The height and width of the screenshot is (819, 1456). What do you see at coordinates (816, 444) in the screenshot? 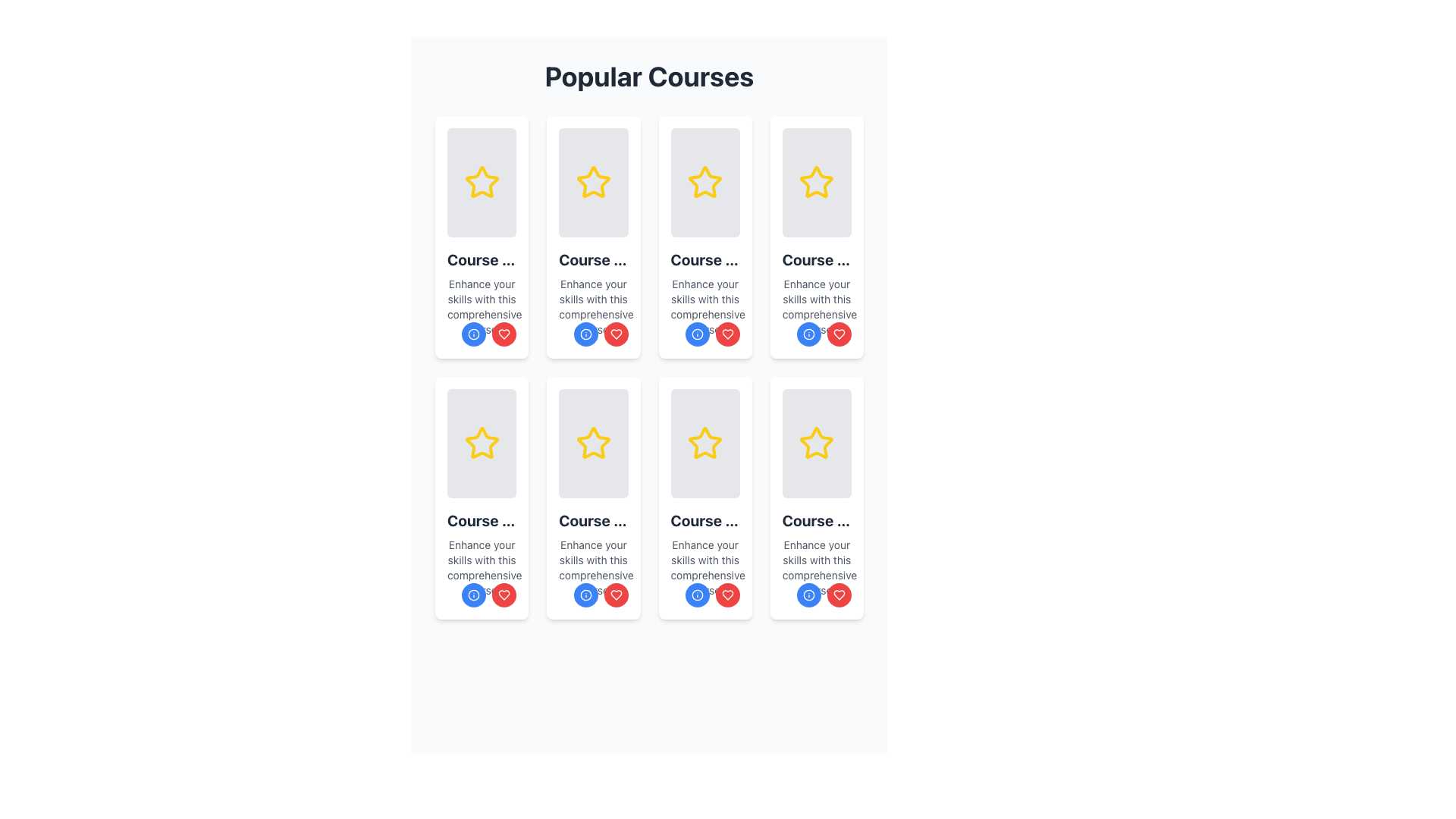
I see `the Visual Display Placeholder at the top of the 'Course Title 8' card, which features a light gray background and a centered yellow outlined star icon` at bounding box center [816, 444].